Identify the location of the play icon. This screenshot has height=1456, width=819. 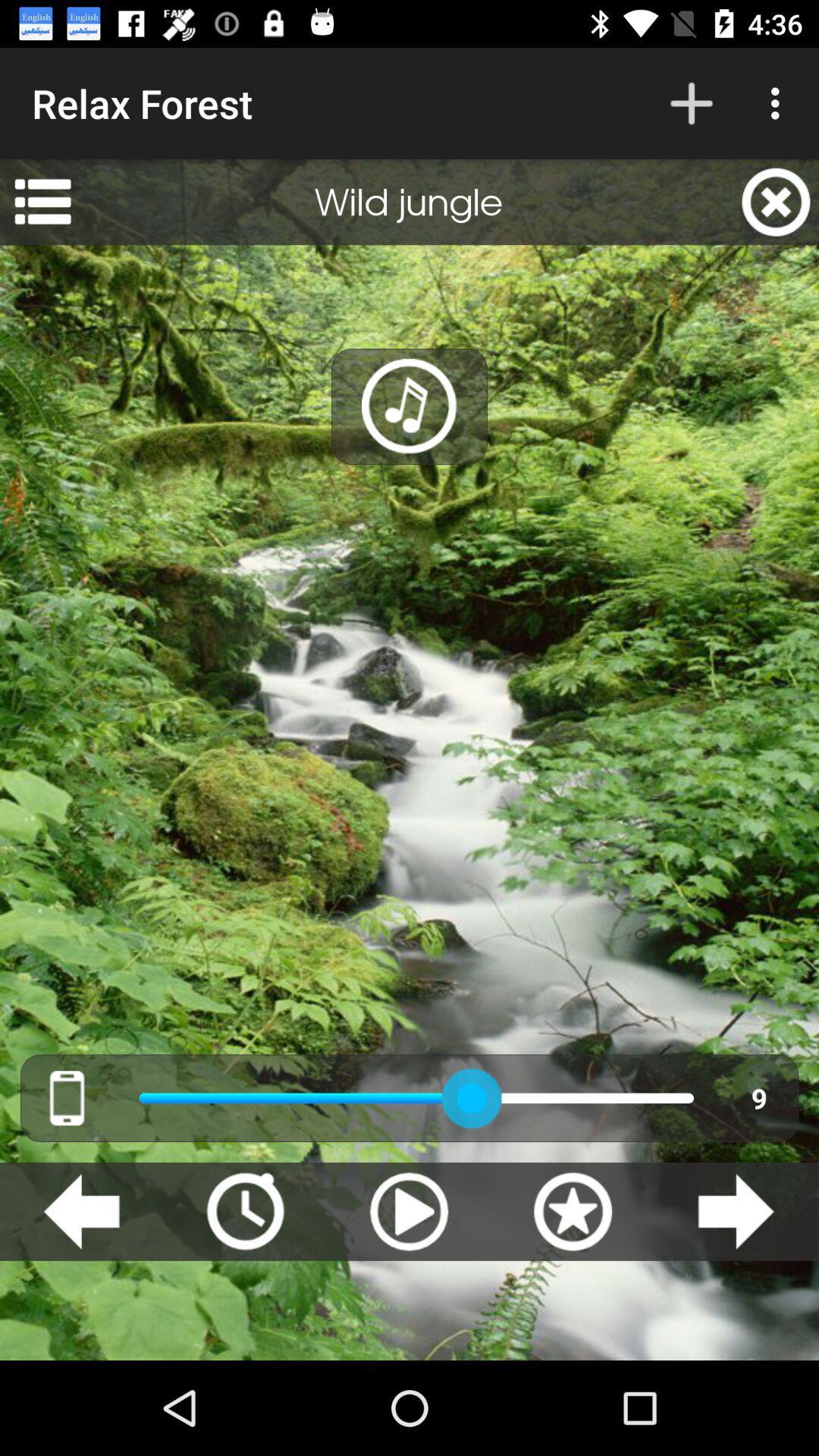
(408, 1210).